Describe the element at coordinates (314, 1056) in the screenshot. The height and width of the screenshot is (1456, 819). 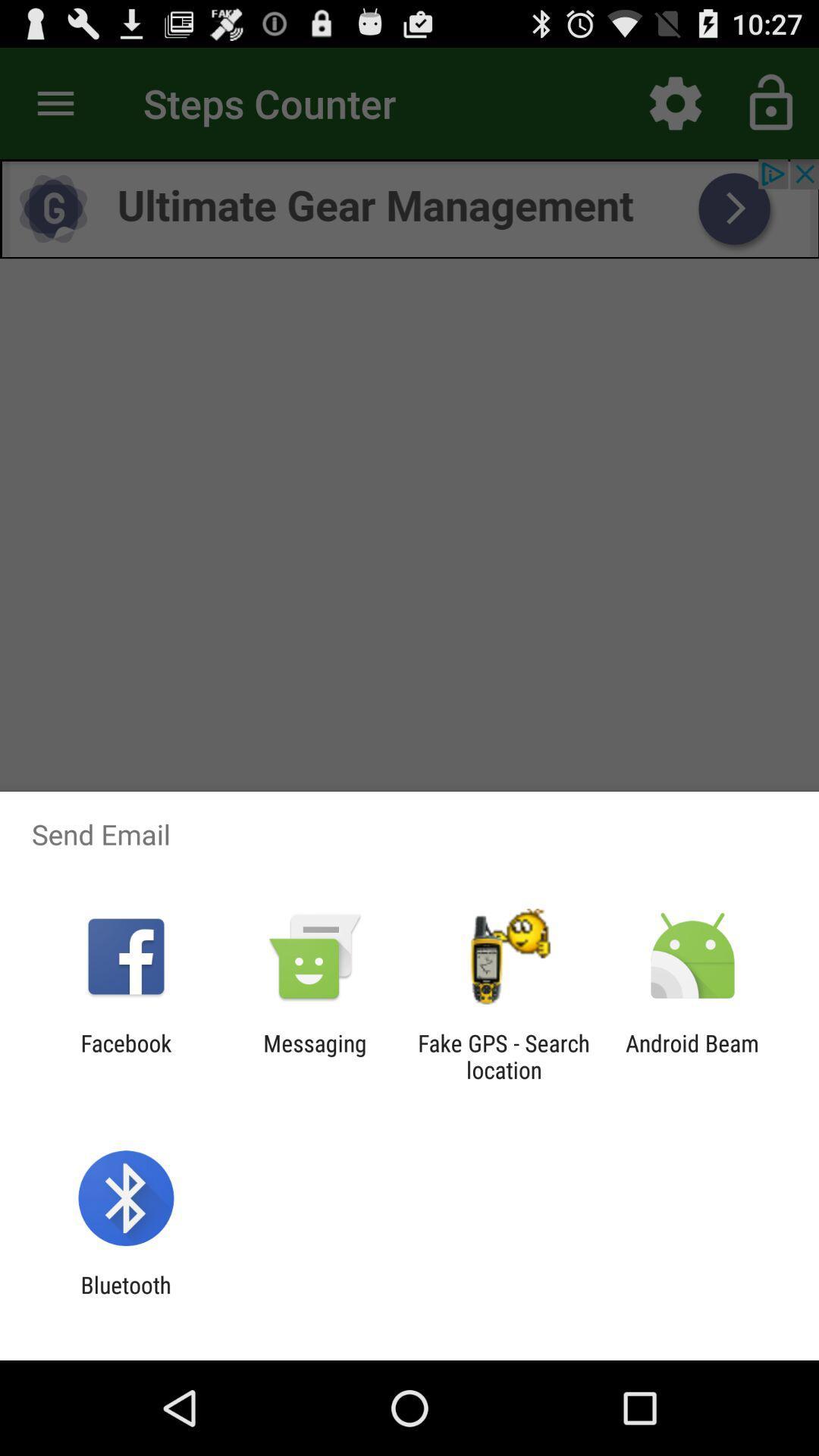
I see `the icon next to facebook item` at that location.